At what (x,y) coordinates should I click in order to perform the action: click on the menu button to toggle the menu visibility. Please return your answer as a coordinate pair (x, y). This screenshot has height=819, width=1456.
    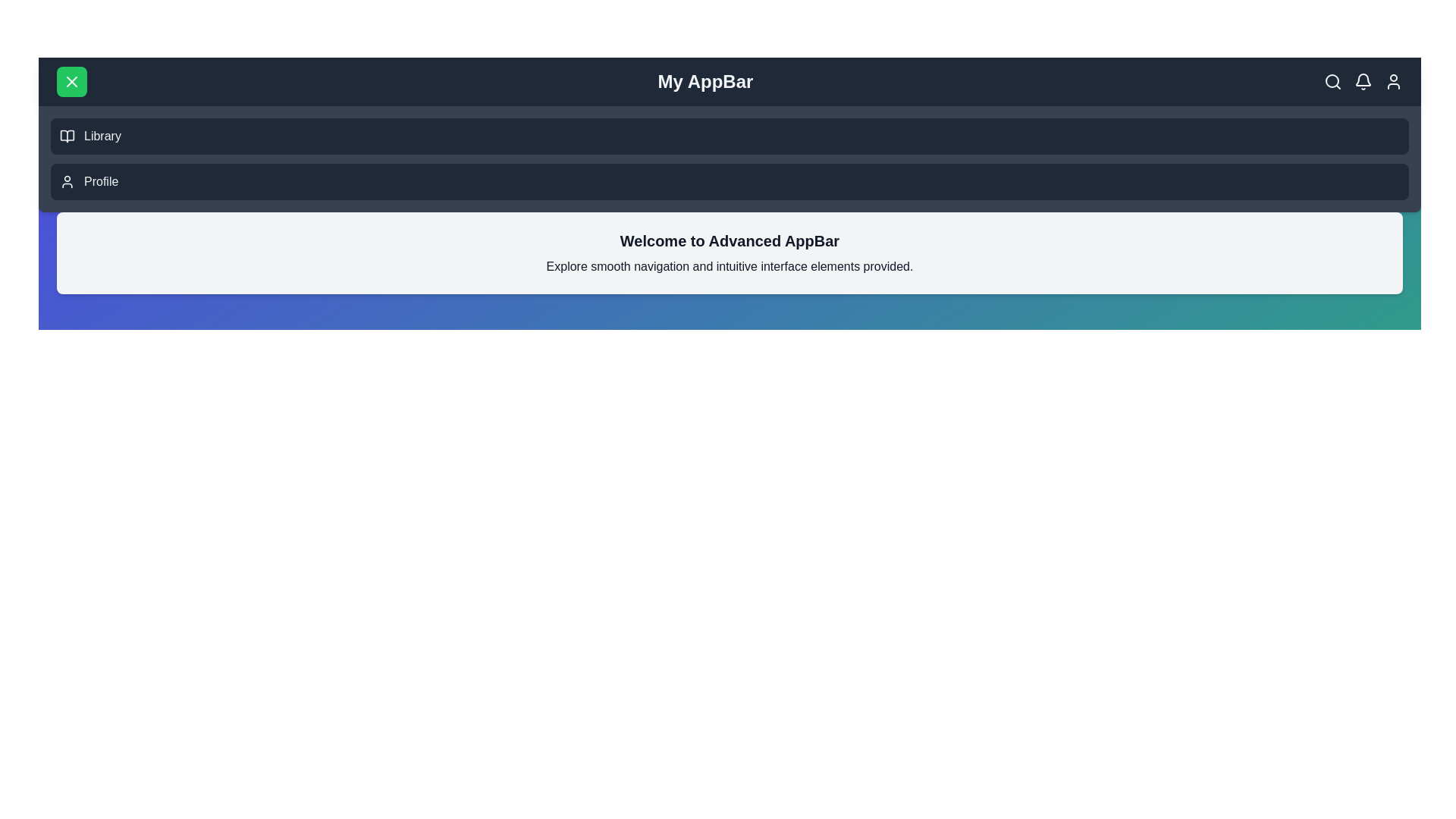
    Looking at the image, I should click on (71, 82).